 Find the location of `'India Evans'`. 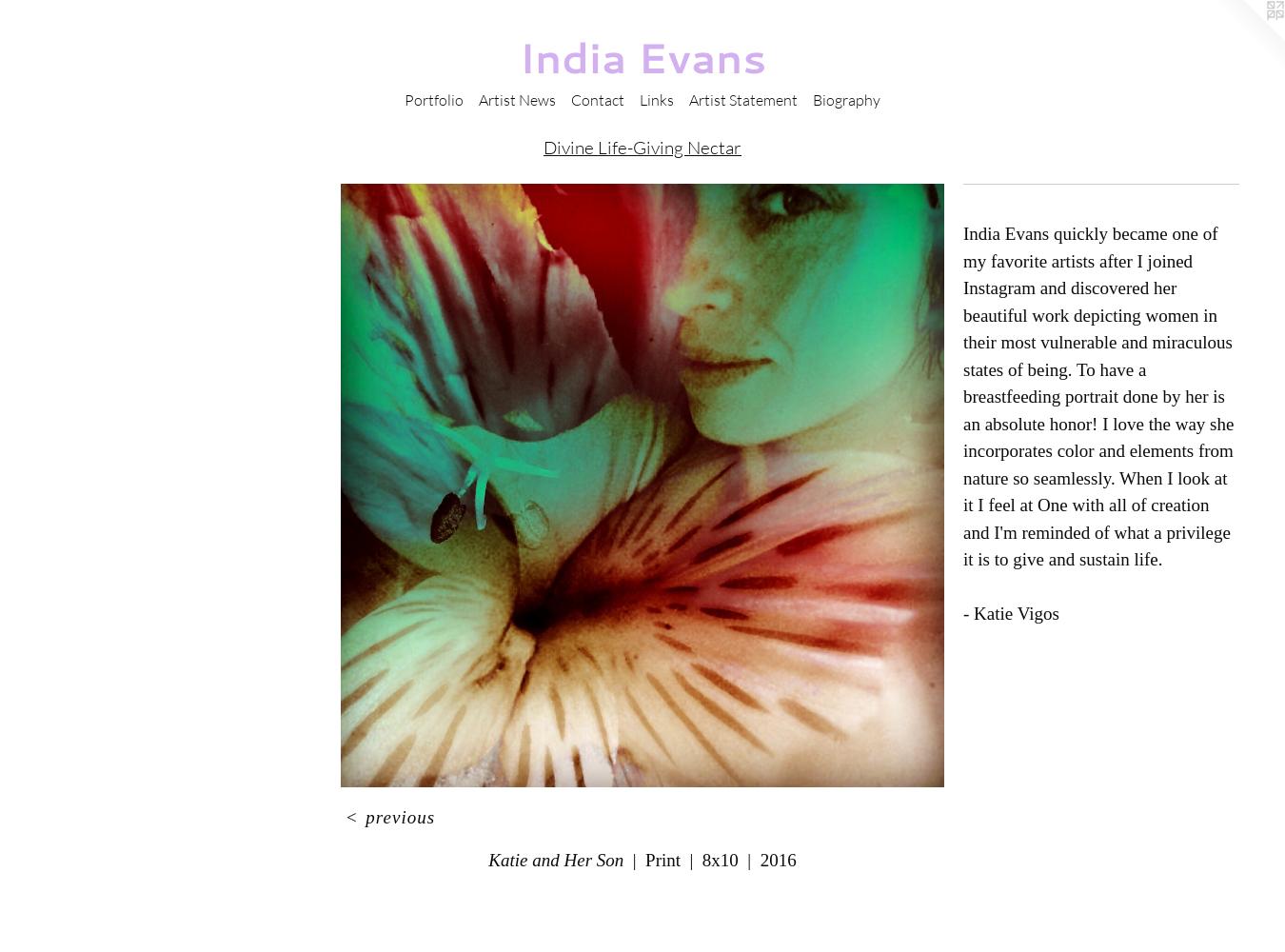

'India Evans' is located at coordinates (517, 57).